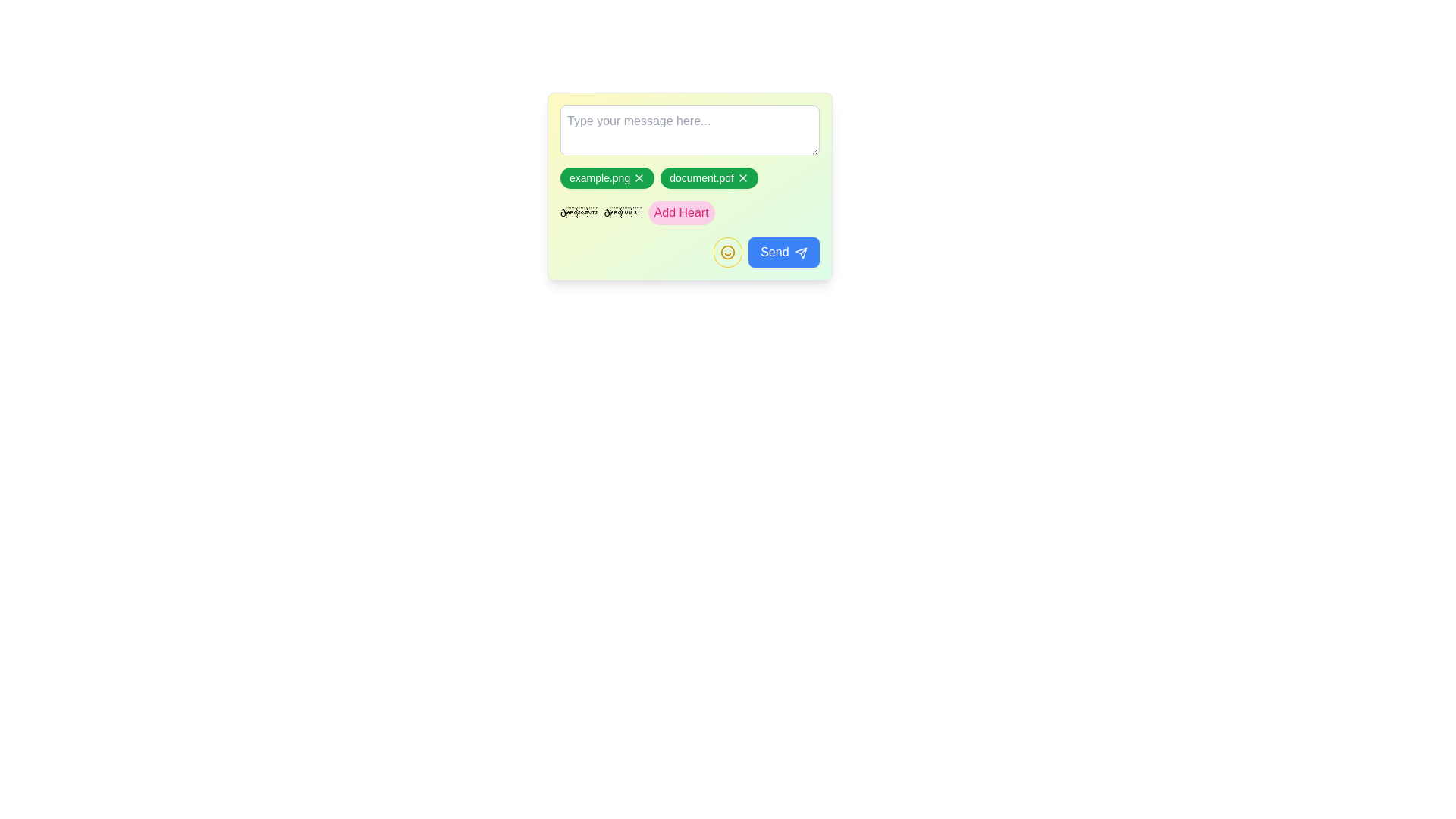  Describe the element at coordinates (784, 251) in the screenshot. I see `the 'Send' button with a blue background and white text, featuring a right-facing jet icon, to send the message` at that location.